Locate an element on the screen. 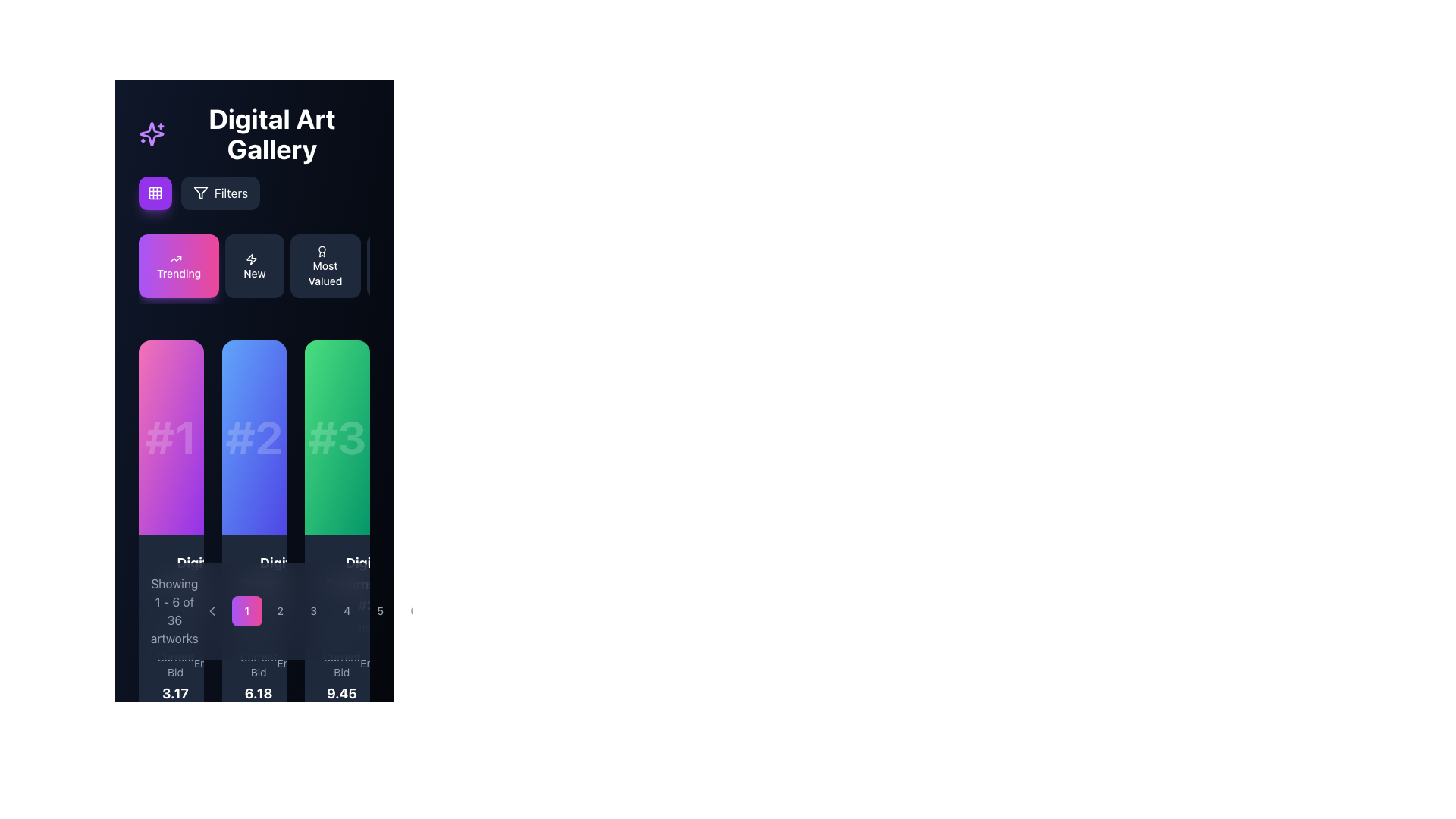 The width and height of the screenshot is (1456, 819). the first button on the left in the row of buttons is located at coordinates (179, 265).